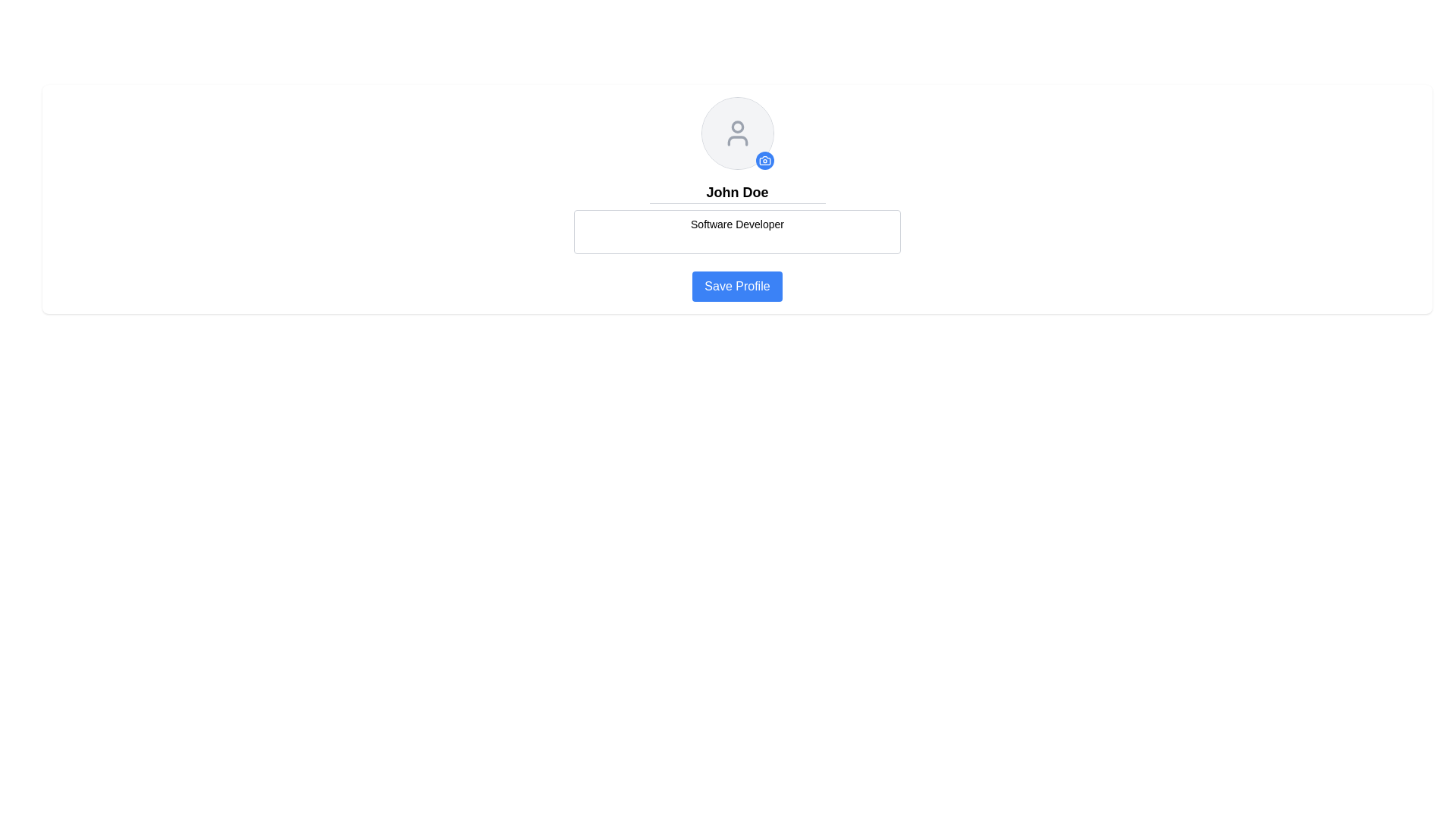 The width and height of the screenshot is (1456, 819). Describe the element at coordinates (737, 287) in the screenshot. I see `the 'Save Profile' button, which has a blue background and white text, located in the user profile editing panel below the 'Software Developer' input field` at that location.